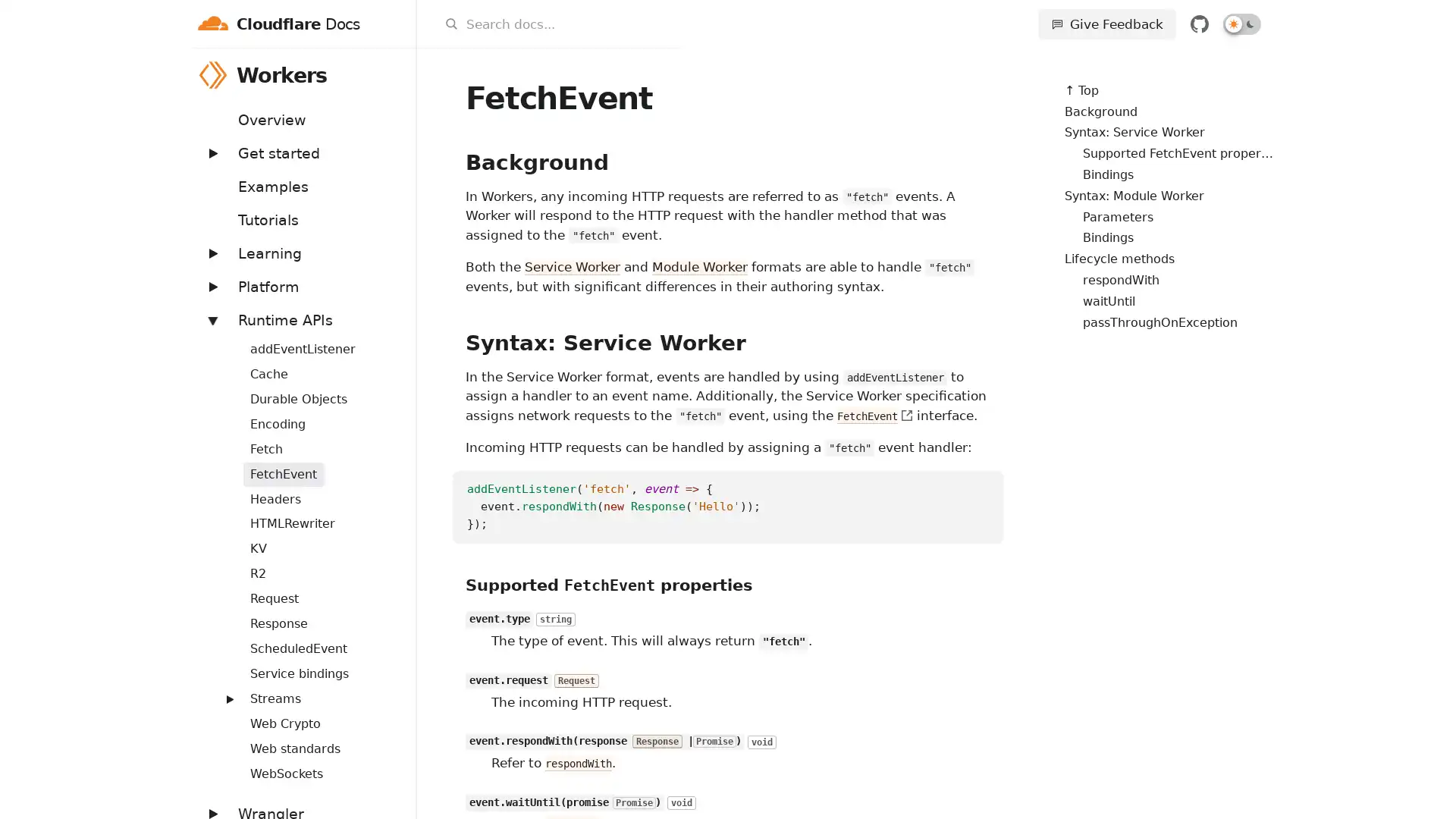 Image resolution: width=1456 pixels, height=819 pixels. What do you see at coordinates (396, 74) in the screenshot?
I see `Workers menu` at bounding box center [396, 74].